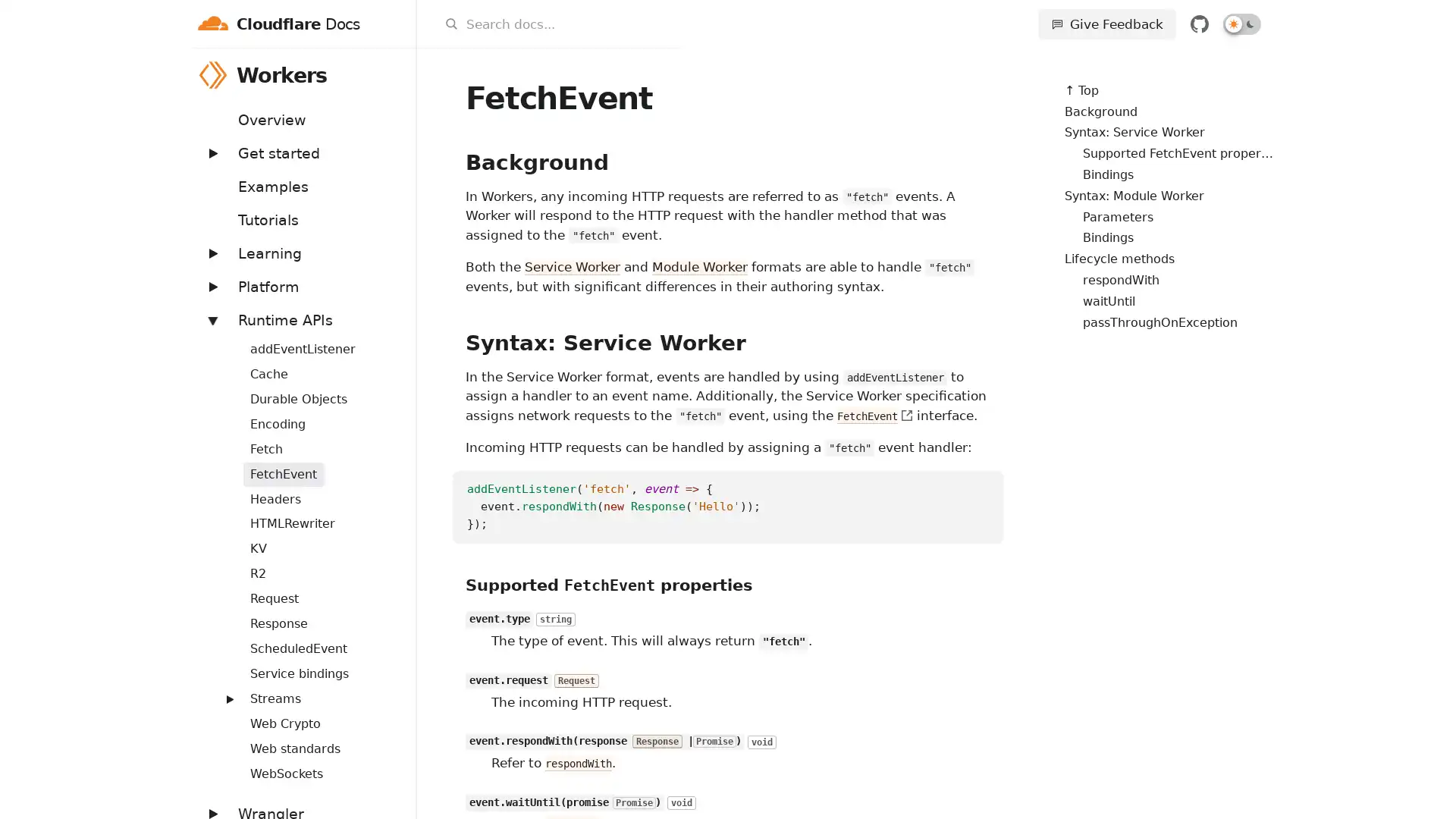 Image resolution: width=1456 pixels, height=819 pixels. What do you see at coordinates (396, 74) in the screenshot?
I see `Workers menu` at bounding box center [396, 74].